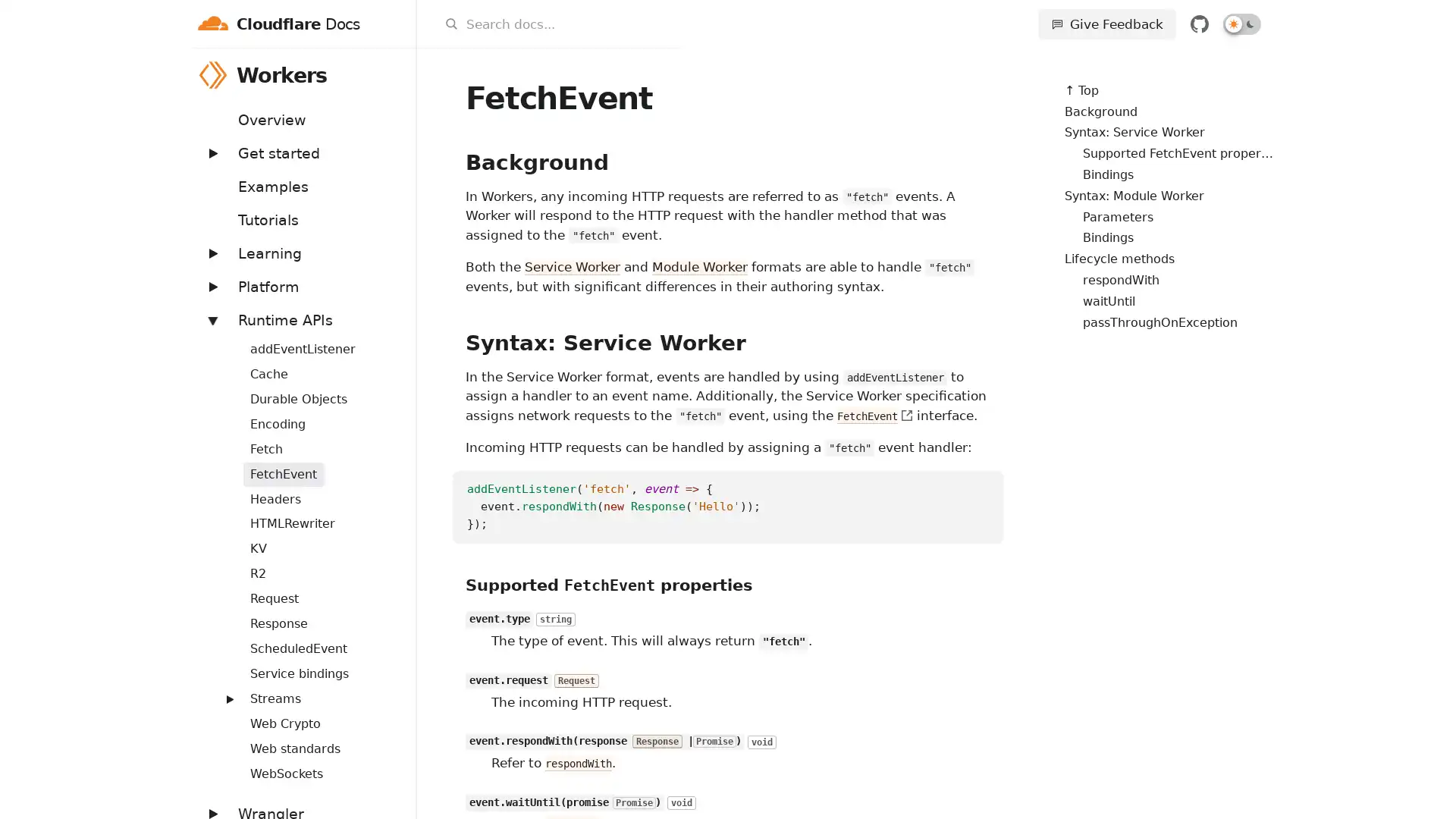 Image resolution: width=1456 pixels, height=819 pixels. What do you see at coordinates (396, 74) in the screenshot?
I see `Workers menu` at bounding box center [396, 74].